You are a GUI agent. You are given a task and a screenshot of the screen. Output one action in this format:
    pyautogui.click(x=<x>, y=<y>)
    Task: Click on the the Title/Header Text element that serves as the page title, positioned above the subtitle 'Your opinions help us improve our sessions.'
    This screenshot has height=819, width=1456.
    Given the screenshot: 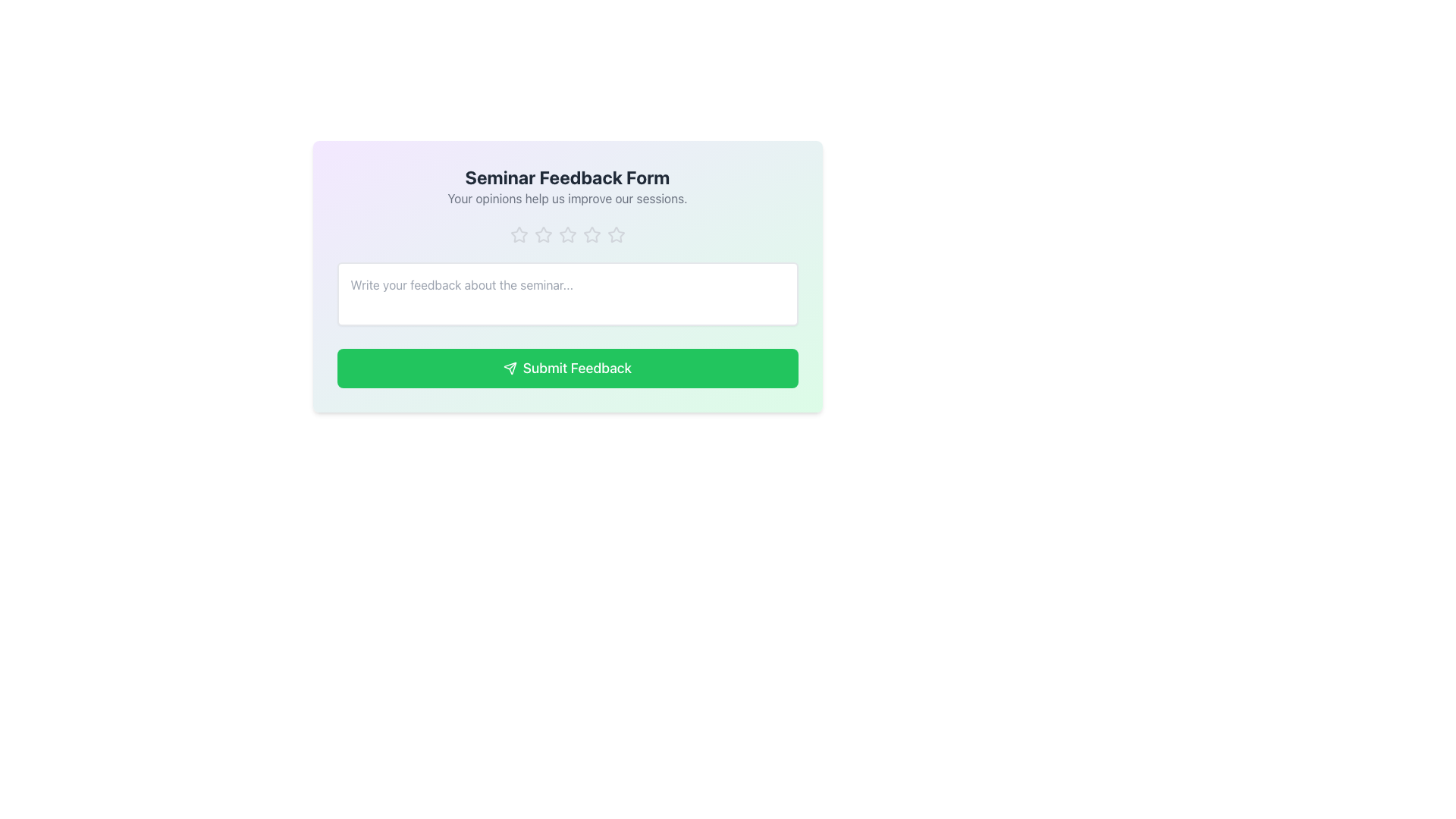 What is the action you would take?
    pyautogui.click(x=566, y=177)
    